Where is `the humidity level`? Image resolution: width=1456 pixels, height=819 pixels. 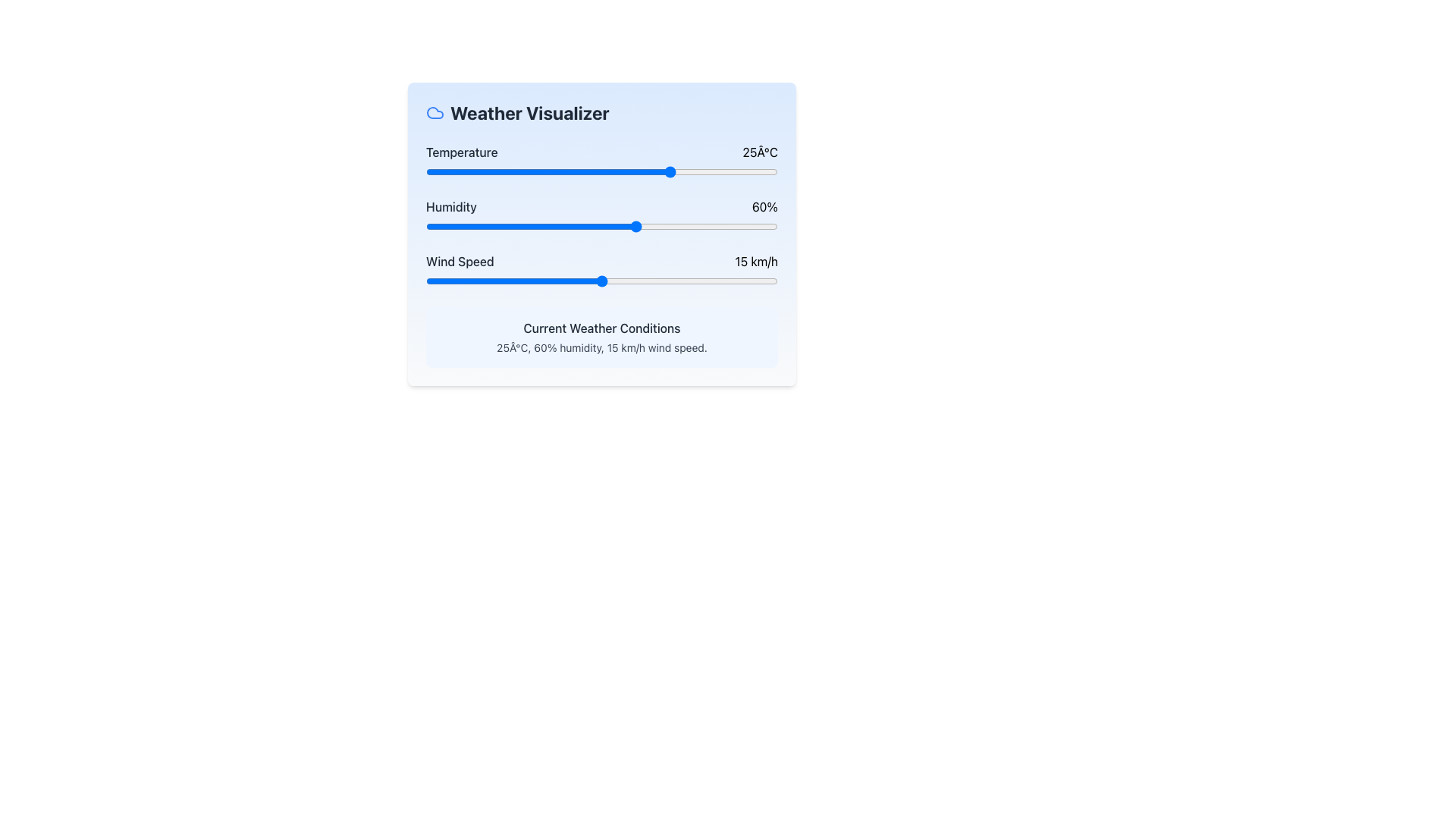 the humidity level is located at coordinates (720, 227).